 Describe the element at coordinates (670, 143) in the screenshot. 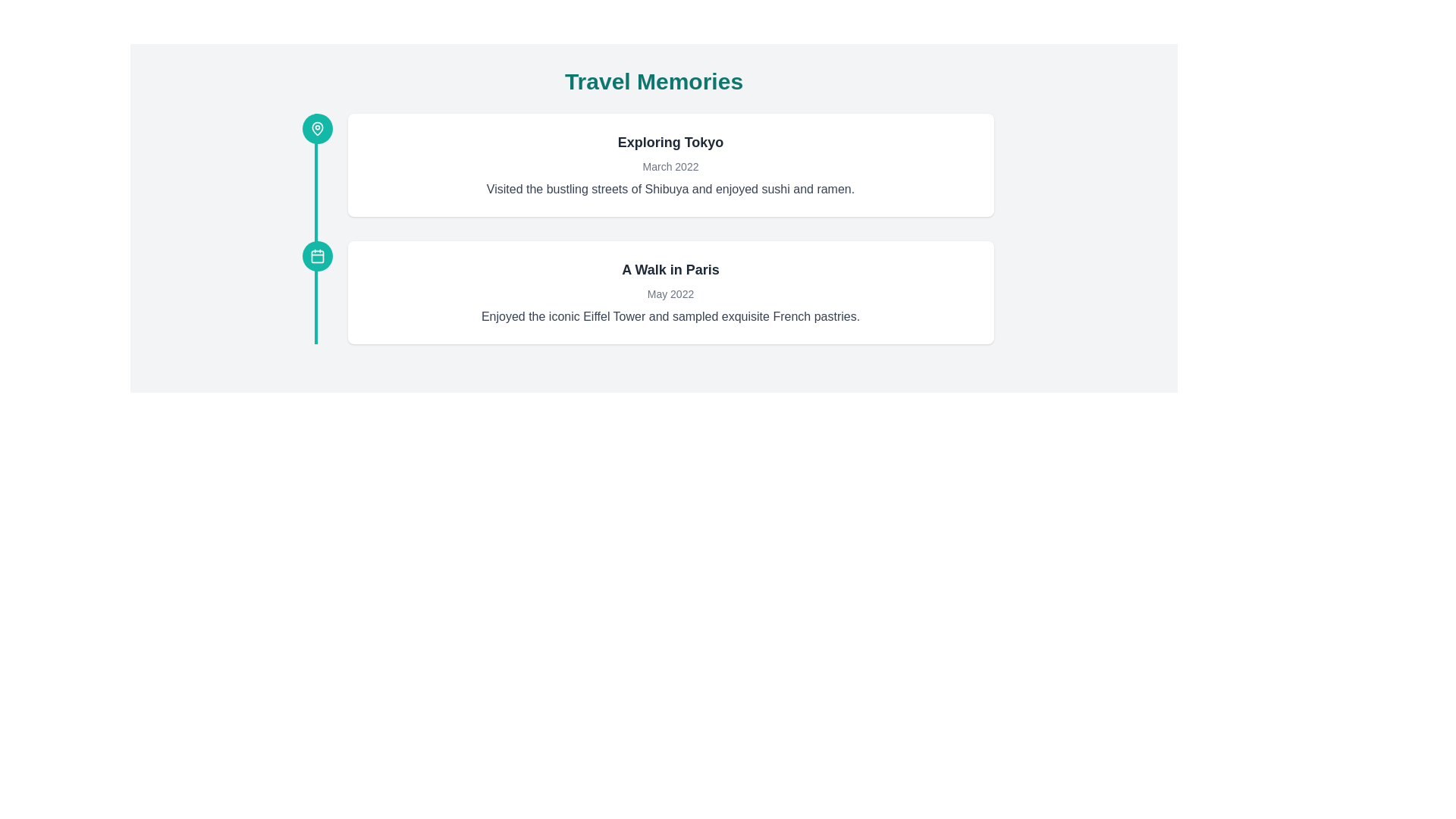

I see `the text element that reads 'Exploring Tokyo', which is styled with a larger font size and bold weight, located at the top of a white card` at that location.